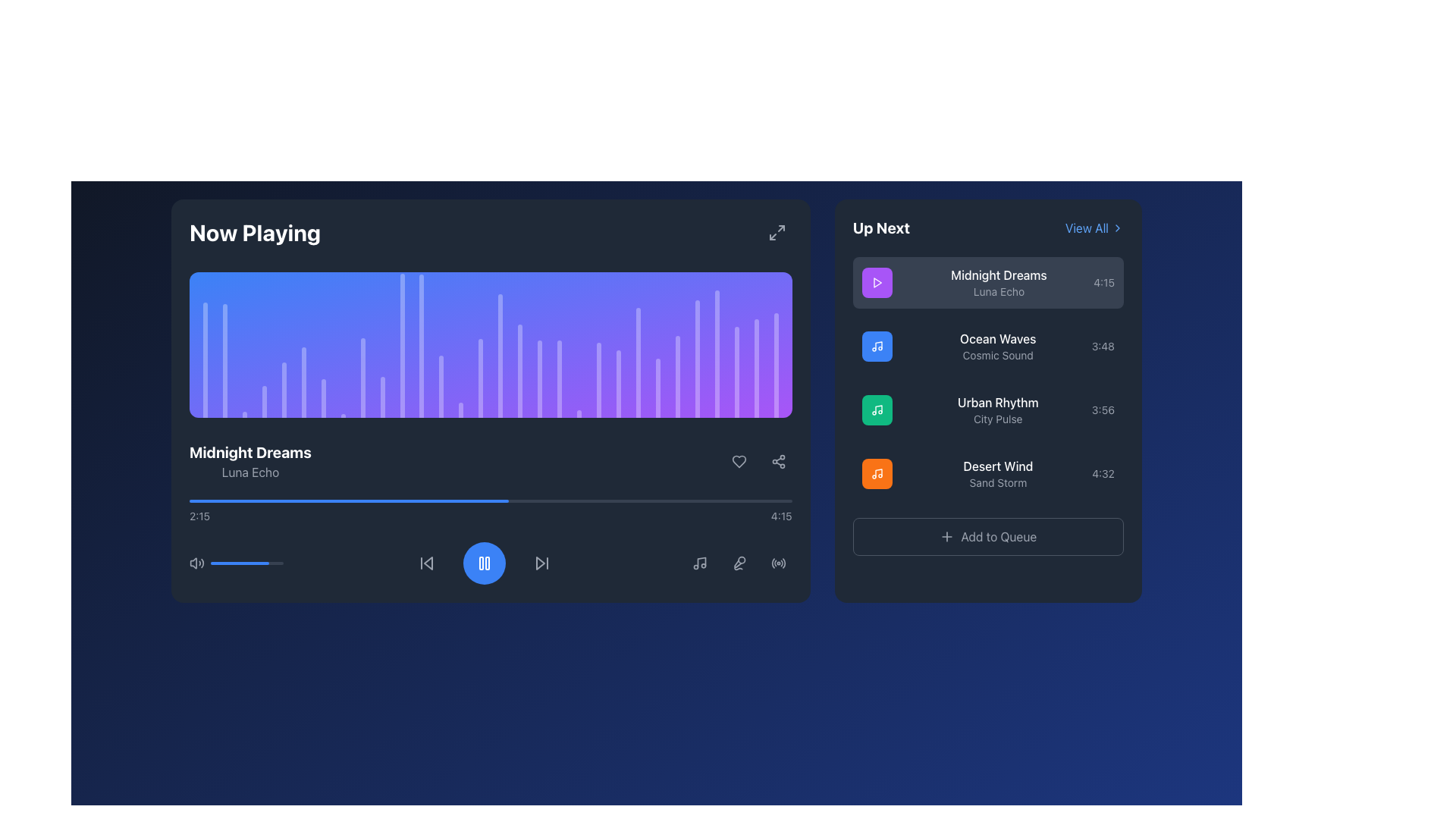 Image resolution: width=1456 pixels, height=819 pixels. I want to click on the circular button with a hover effect and an arrow pointing towards the top-right corner, so click(777, 233).